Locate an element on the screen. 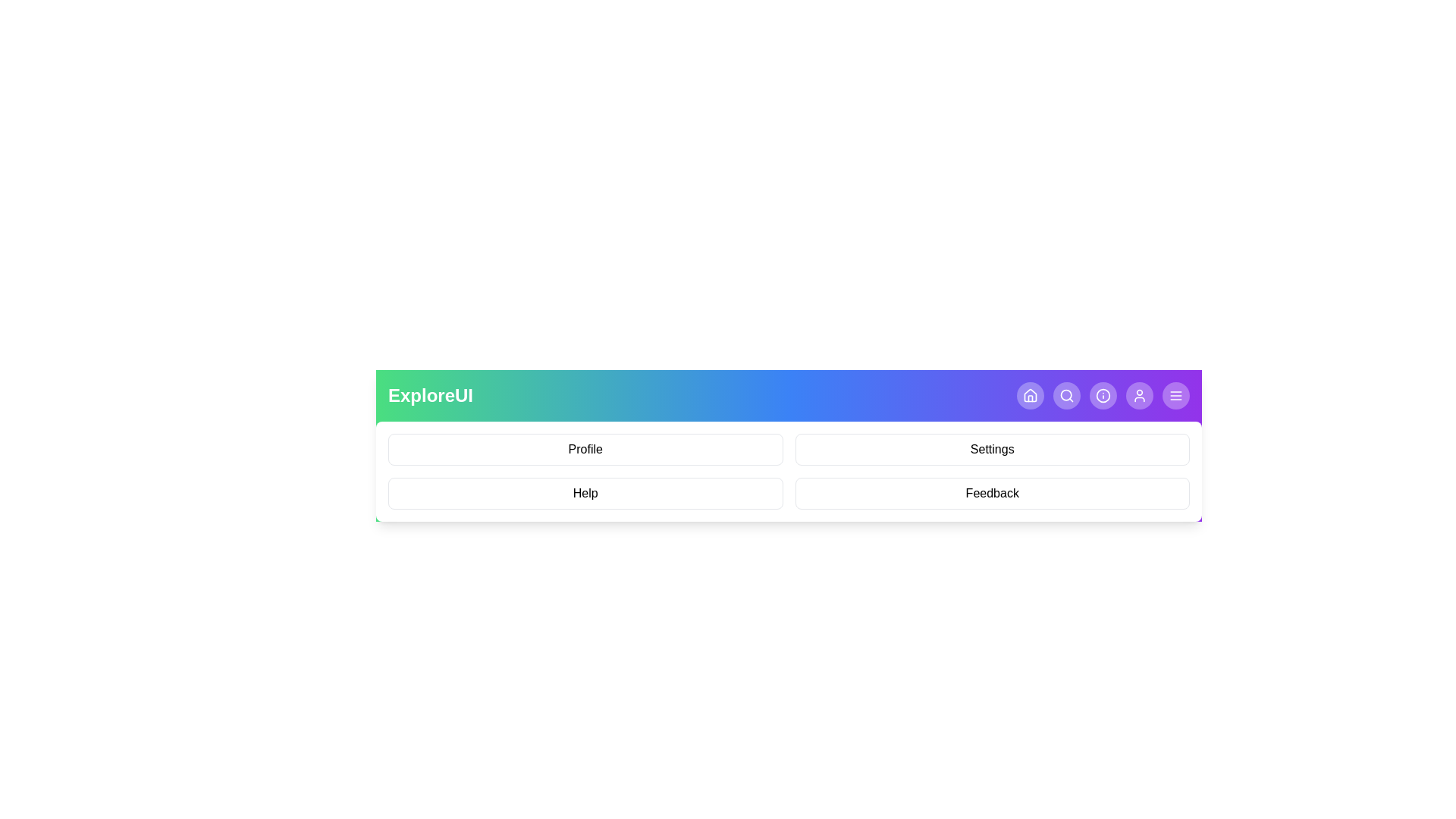  the menu item Profile from the displayed menu is located at coordinates (585, 449).